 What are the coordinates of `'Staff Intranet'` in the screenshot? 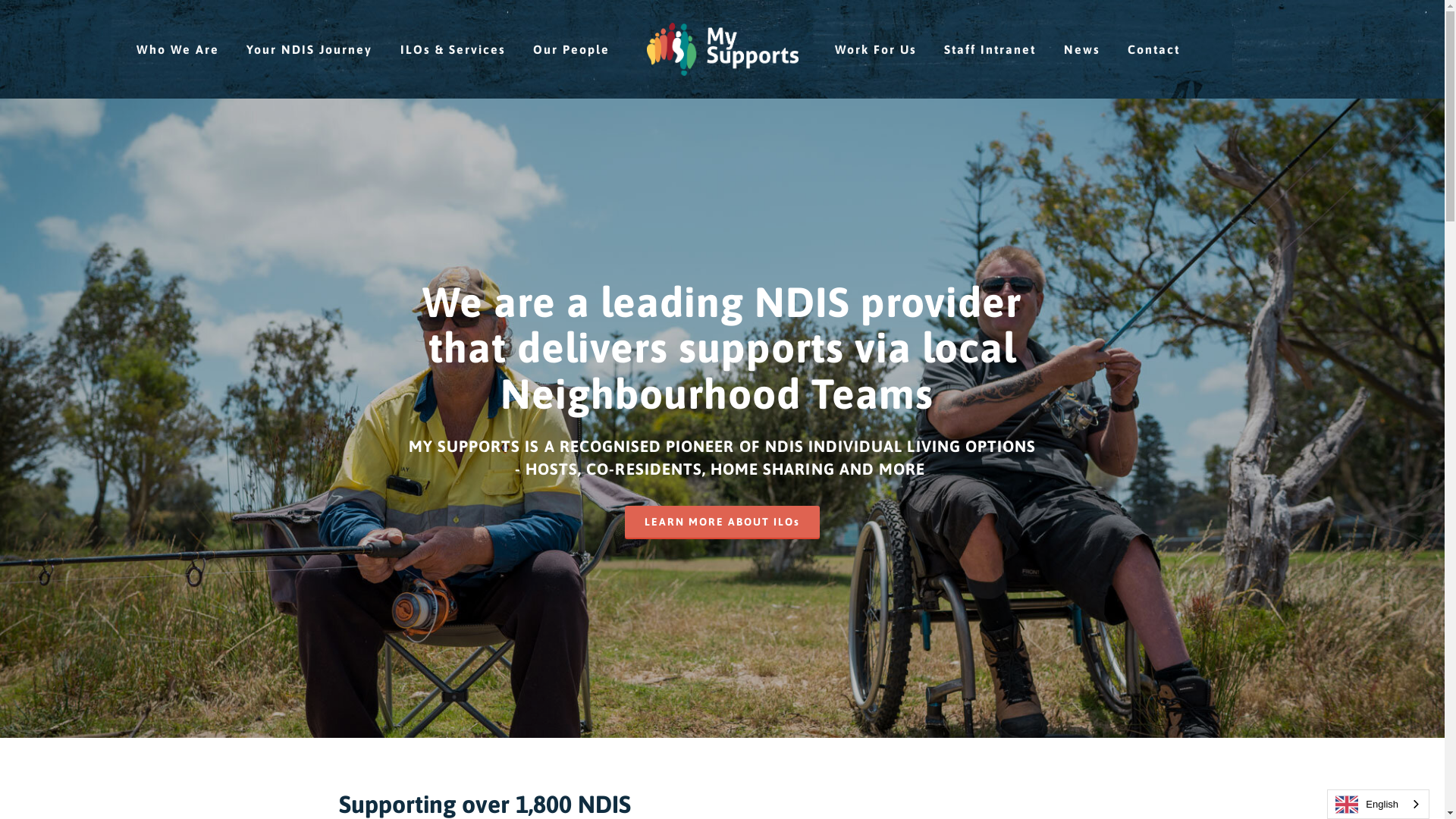 It's located at (990, 49).